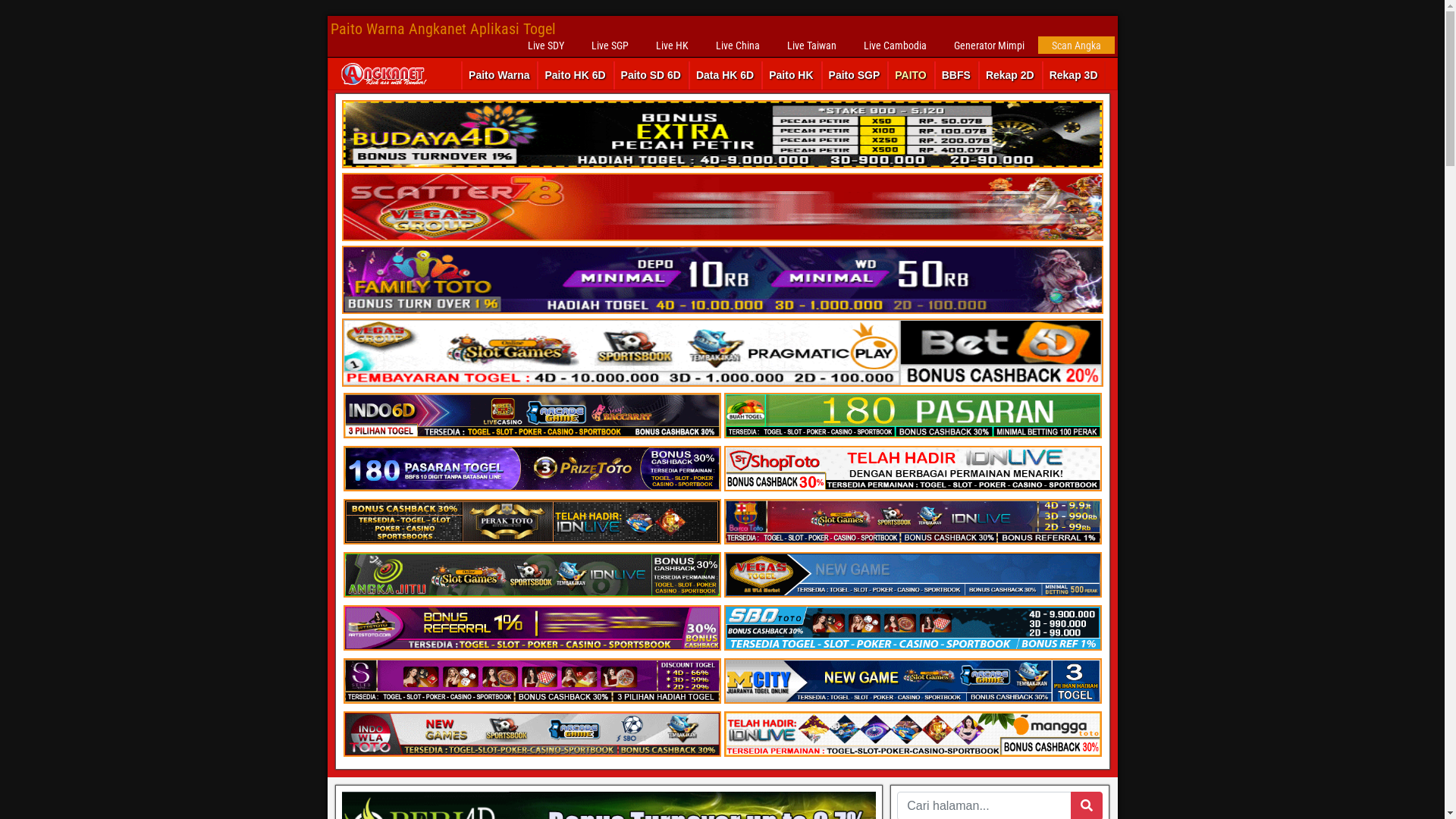 The image size is (1456, 819). What do you see at coordinates (531, 733) in the screenshot?
I see `'Bandar Judi Online Terpercaya indowlatoto'` at bounding box center [531, 733].